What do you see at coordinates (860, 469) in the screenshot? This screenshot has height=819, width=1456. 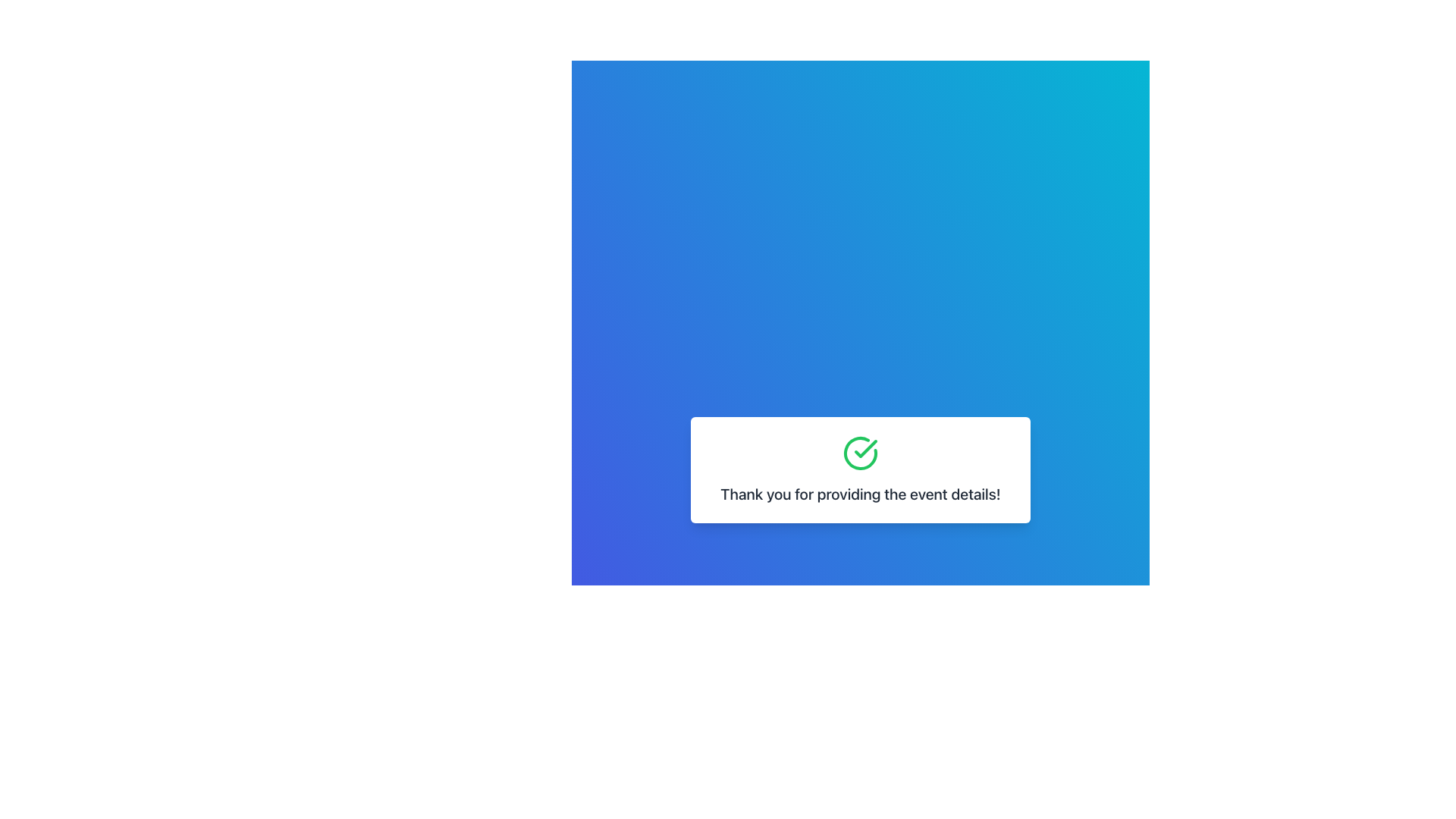 I see `the confirmation message element that consists of a green tick icon and text, indicating successful event detail submission` at bounding box center [860, 469].